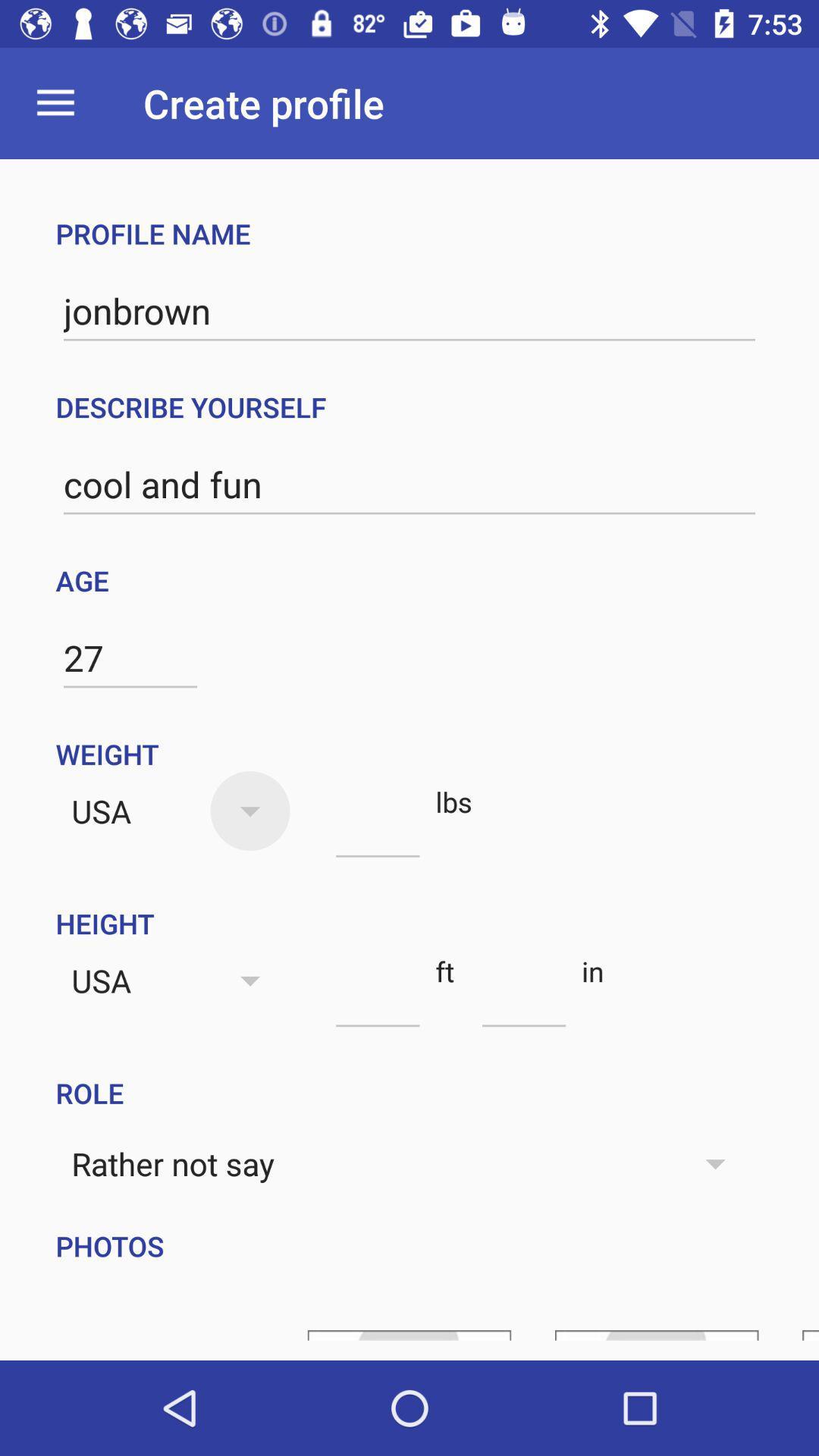 The height and width of the screenshot is (1456, 819). What do you see at coordinates (130, 658) in the screenshot?
I see `item below the age icon` at bounding box center [130, 658].